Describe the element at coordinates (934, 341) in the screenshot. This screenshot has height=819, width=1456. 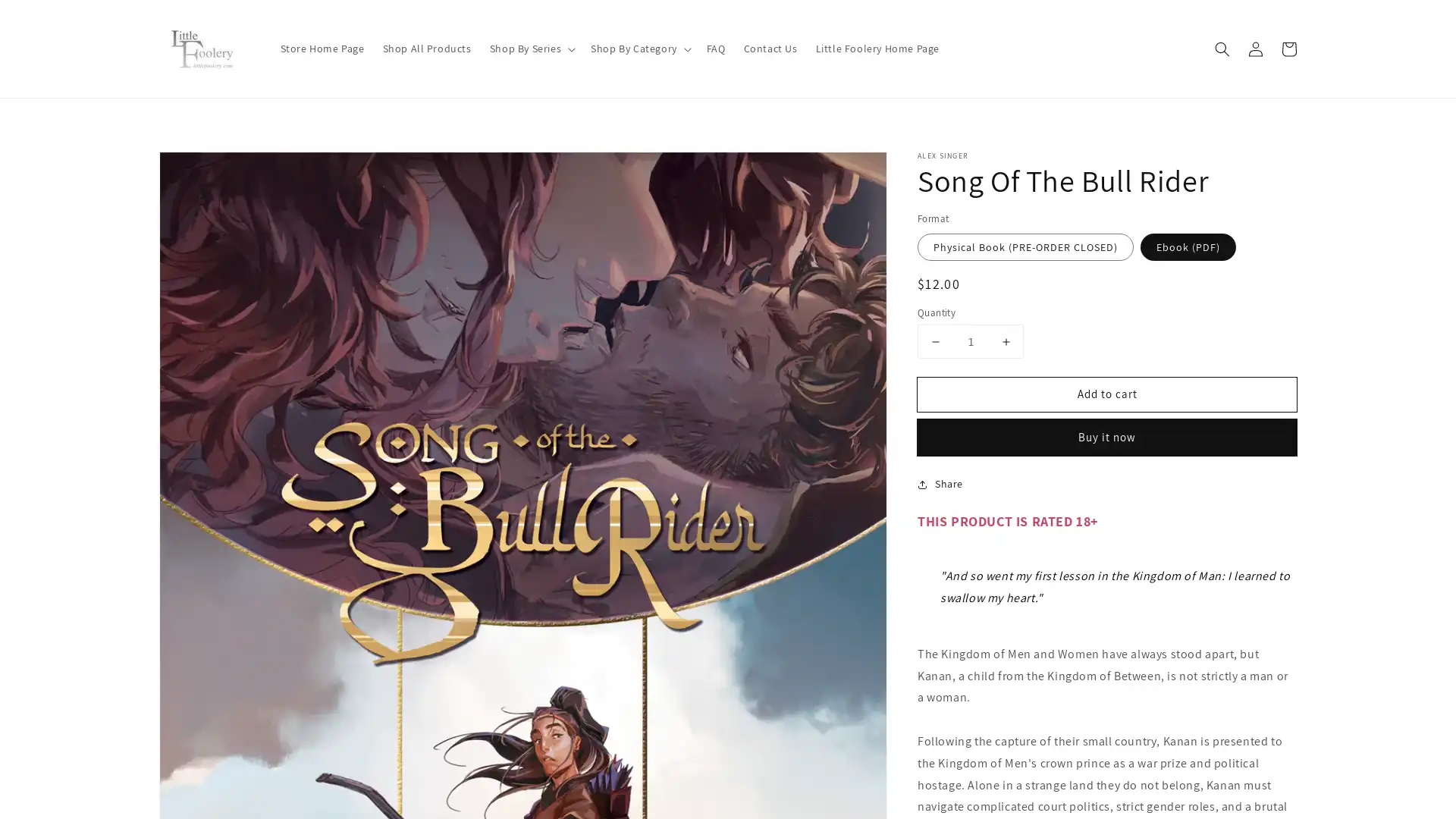
I see `Decrease quantity for Song Of The Bull Rider` at that location.